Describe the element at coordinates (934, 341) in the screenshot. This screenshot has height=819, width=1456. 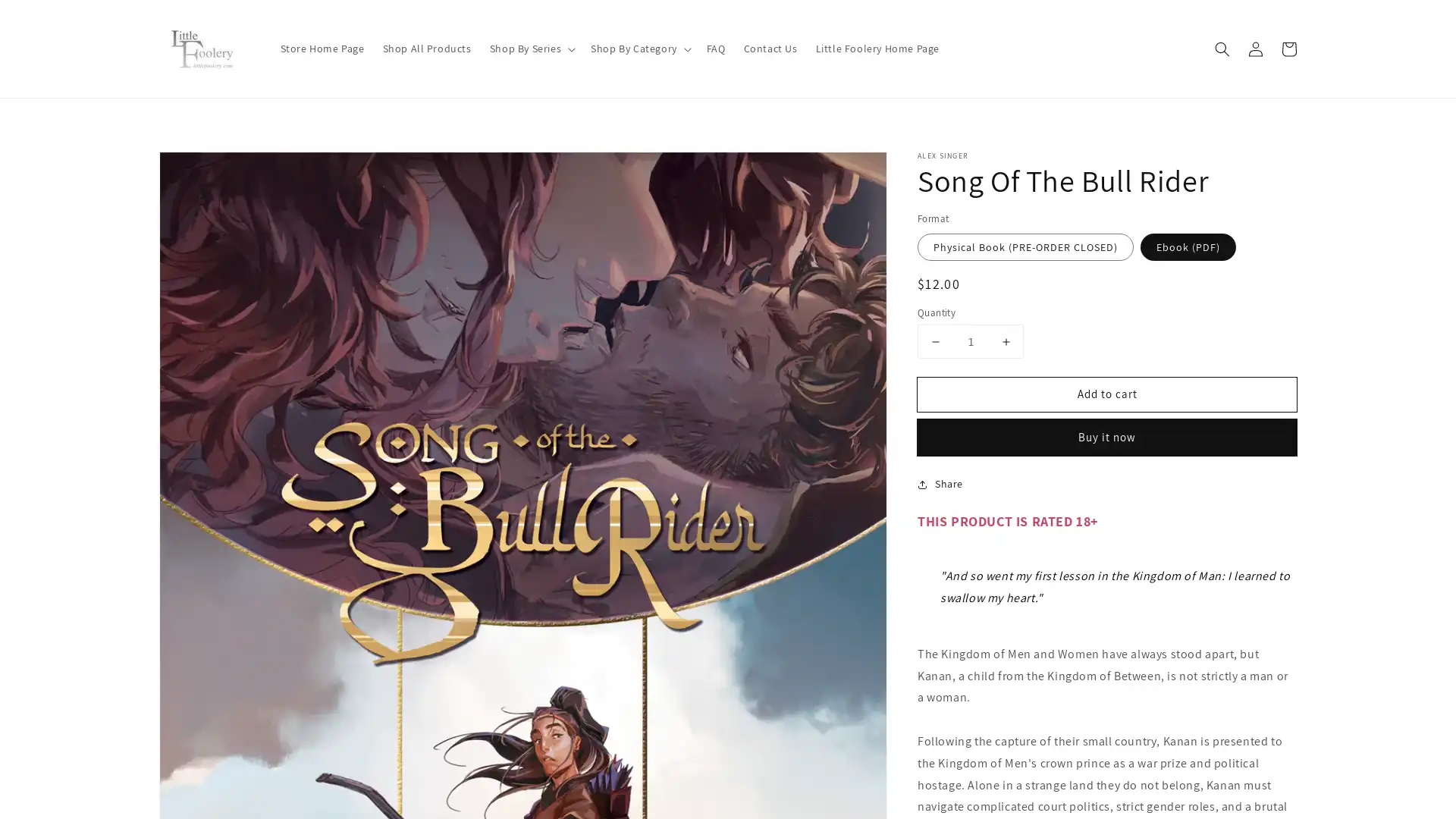
I see `Decrease quantity for Song Of The Bull Rider` at that location.